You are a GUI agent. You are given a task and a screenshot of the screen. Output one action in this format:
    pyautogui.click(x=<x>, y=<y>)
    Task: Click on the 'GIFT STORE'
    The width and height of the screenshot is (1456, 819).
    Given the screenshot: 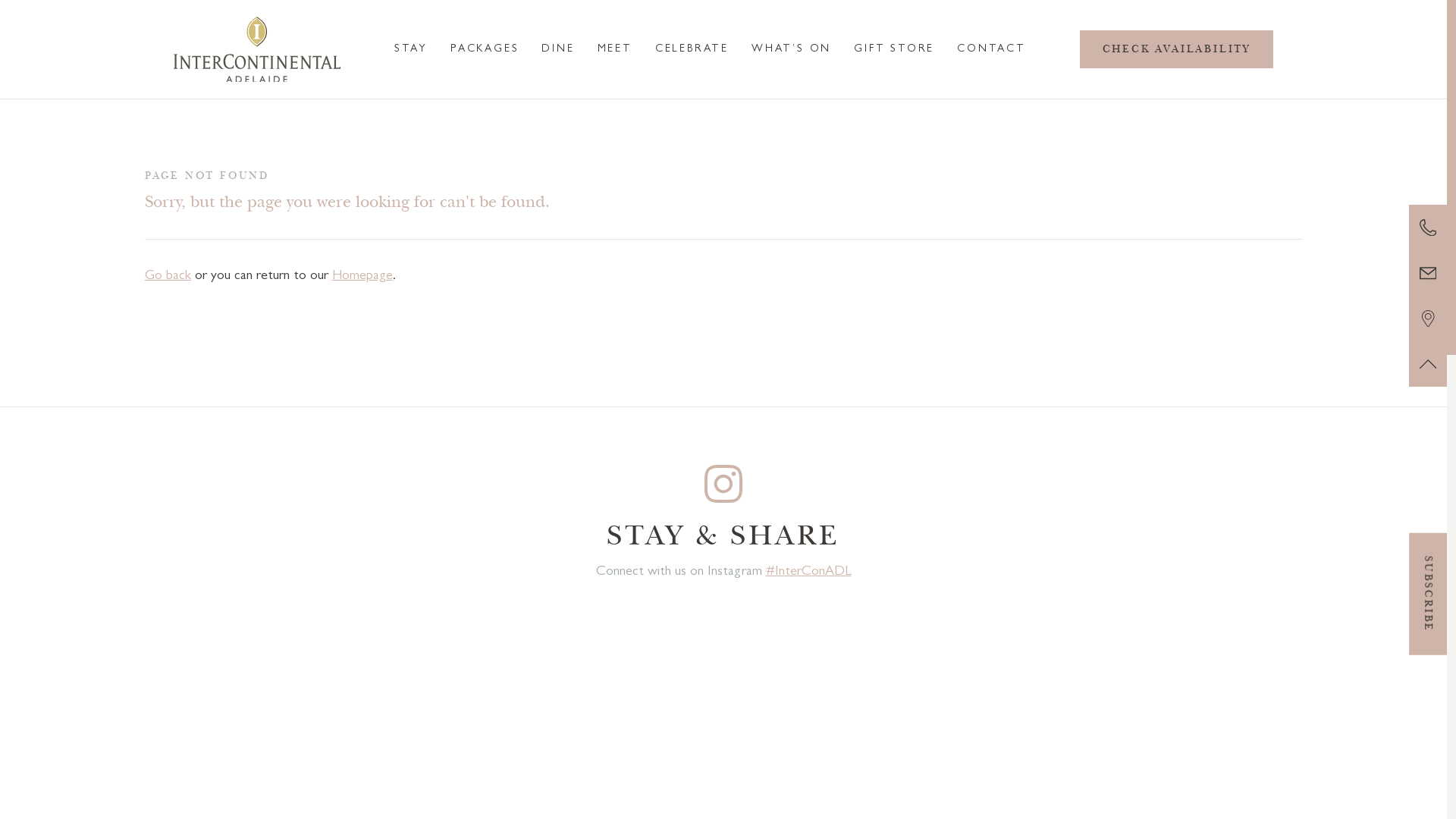 What is the action you would take?
    pyautogui.click(x=894, y=49)
    